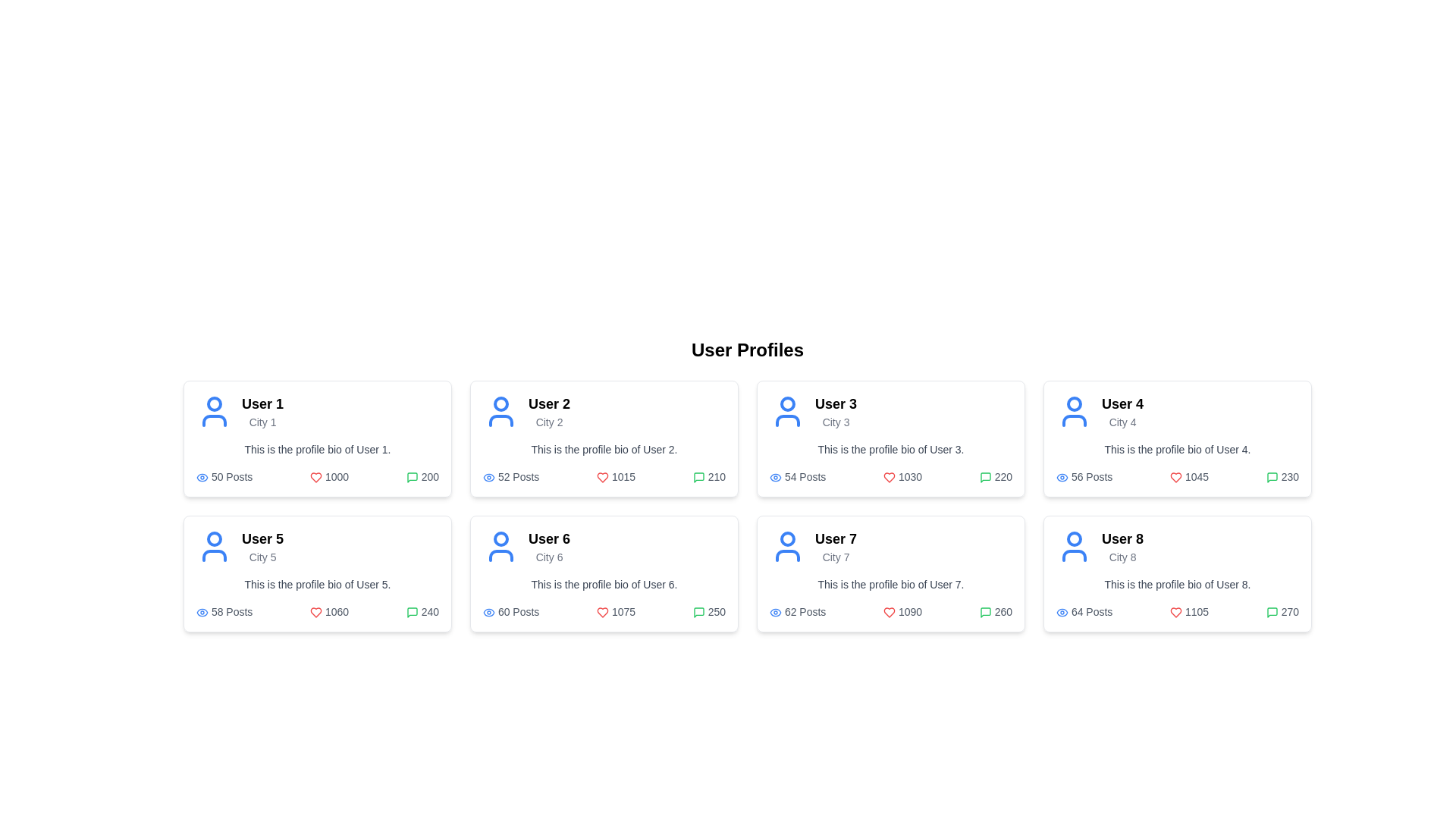 This screenshot has width=1456, height=819. I want to click on the numerical text '250' next to the green speech bubble icon in the bottom-right corner of User 6's profile card, so click(708, 610).